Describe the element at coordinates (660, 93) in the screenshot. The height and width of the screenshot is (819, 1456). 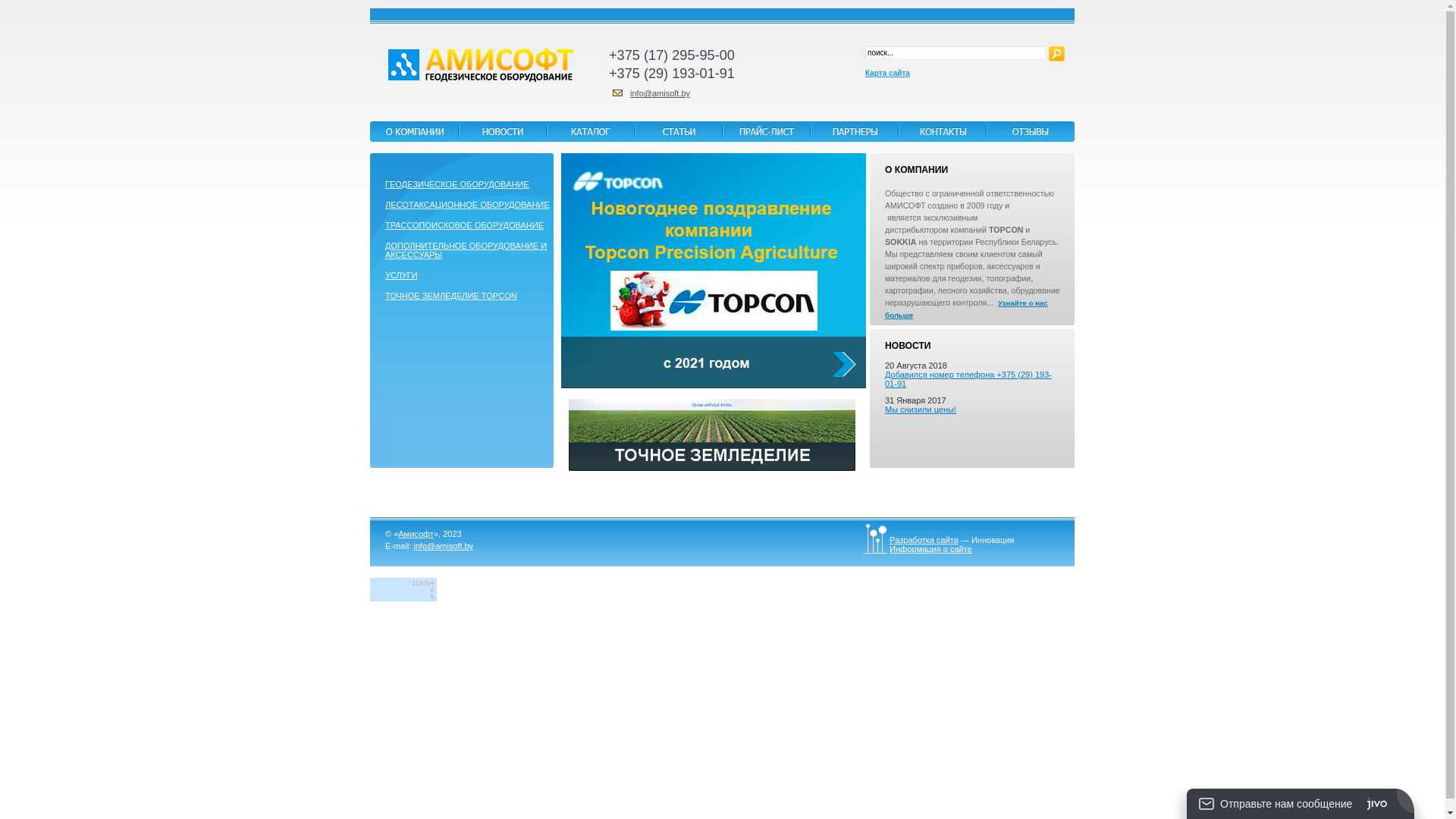
I see `'info@amisoft.by'` at that location.